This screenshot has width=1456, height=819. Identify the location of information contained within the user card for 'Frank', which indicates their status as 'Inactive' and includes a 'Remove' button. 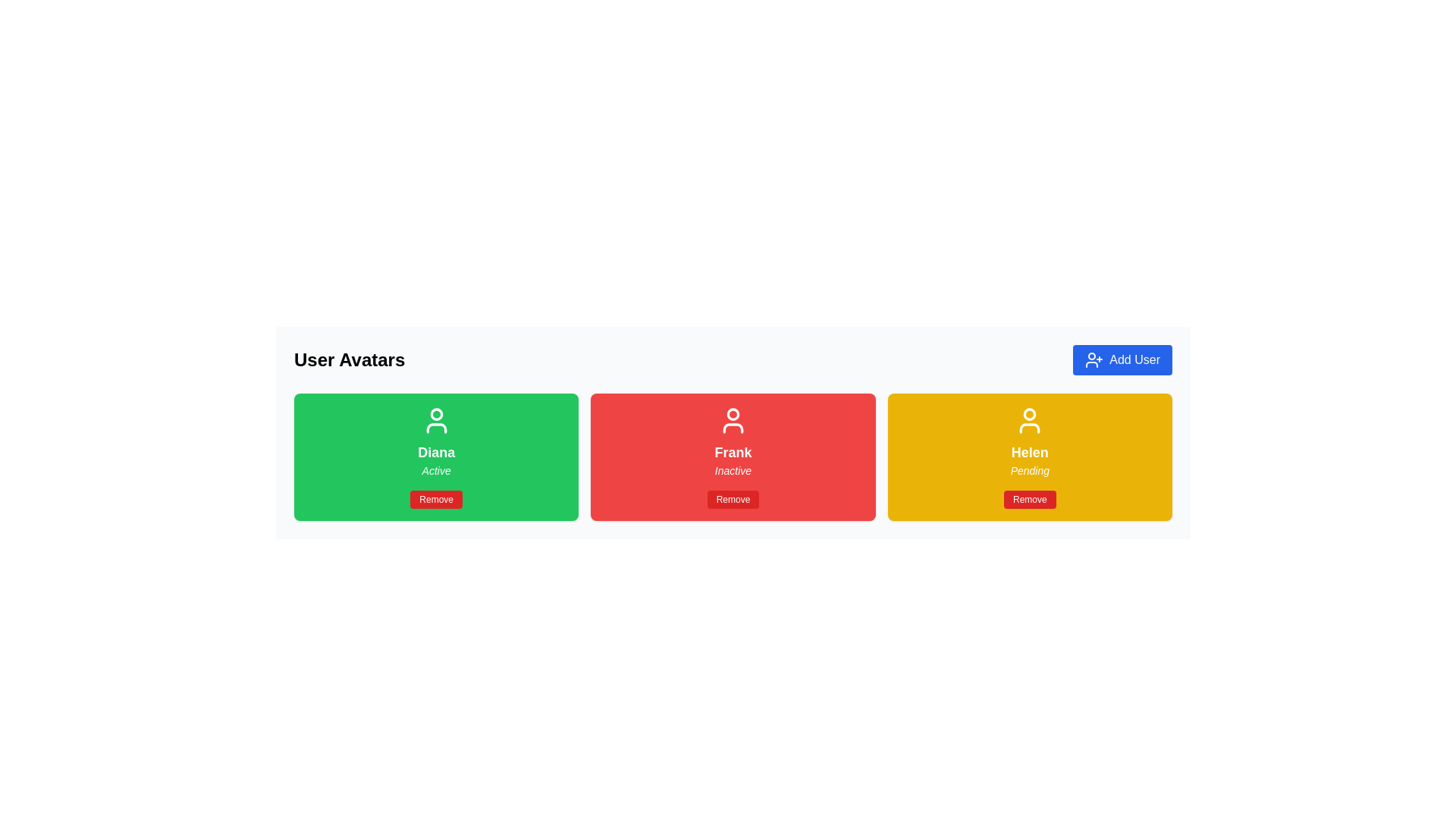
(733, 456).